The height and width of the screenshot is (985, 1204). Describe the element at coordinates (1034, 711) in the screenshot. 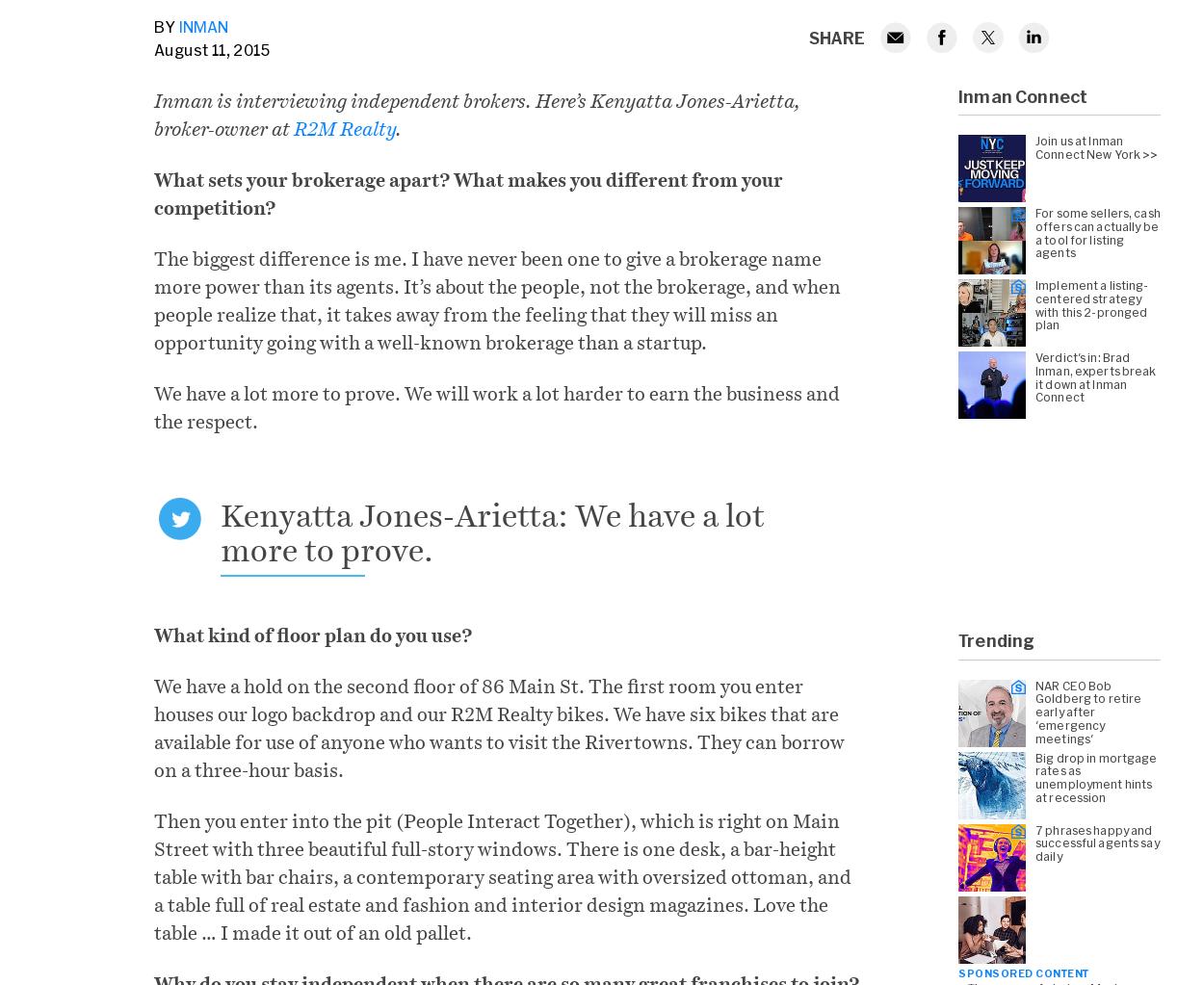

I see `'NAR CEO Bob Goldberg to retire early after 'emergency meetings''` at that location.